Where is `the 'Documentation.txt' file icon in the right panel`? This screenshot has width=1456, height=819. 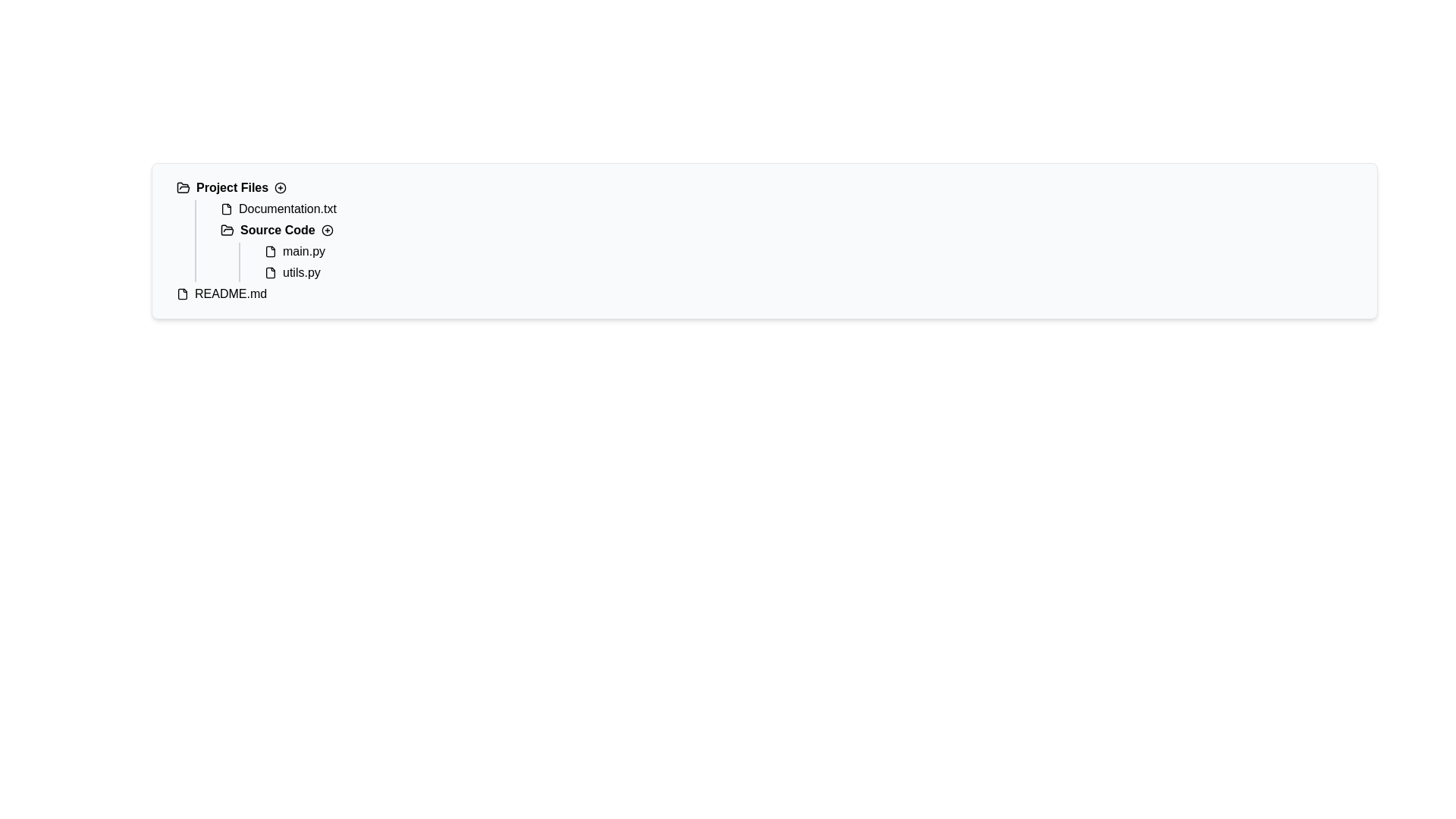
the 'Documentation.txt' file icon in the right panel is located at coordinates (225, 209).